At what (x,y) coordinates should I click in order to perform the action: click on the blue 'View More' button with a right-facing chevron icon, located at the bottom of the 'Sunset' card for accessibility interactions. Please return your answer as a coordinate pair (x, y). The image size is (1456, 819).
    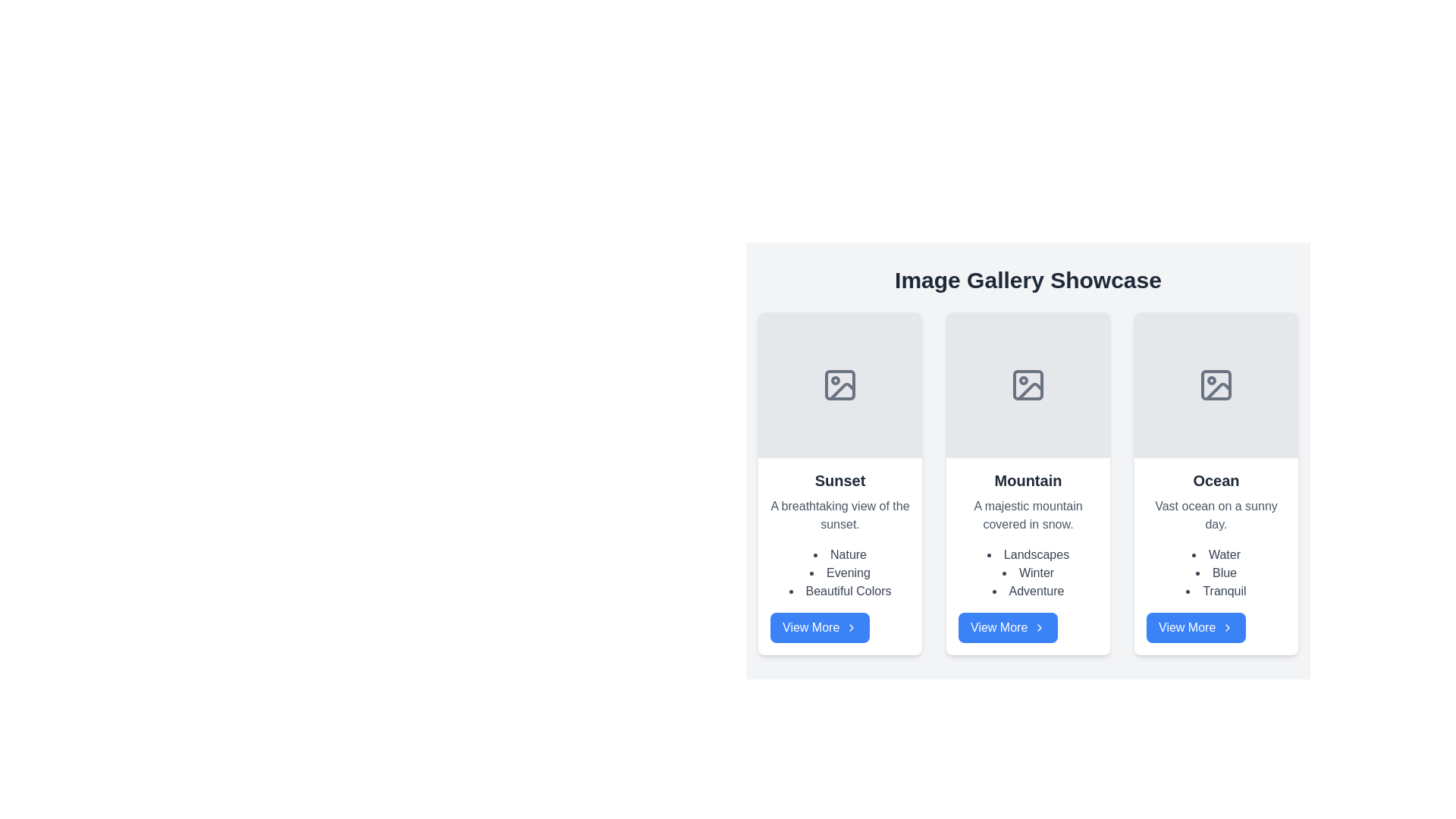
    Looking at the image, I should click on (819, 628).